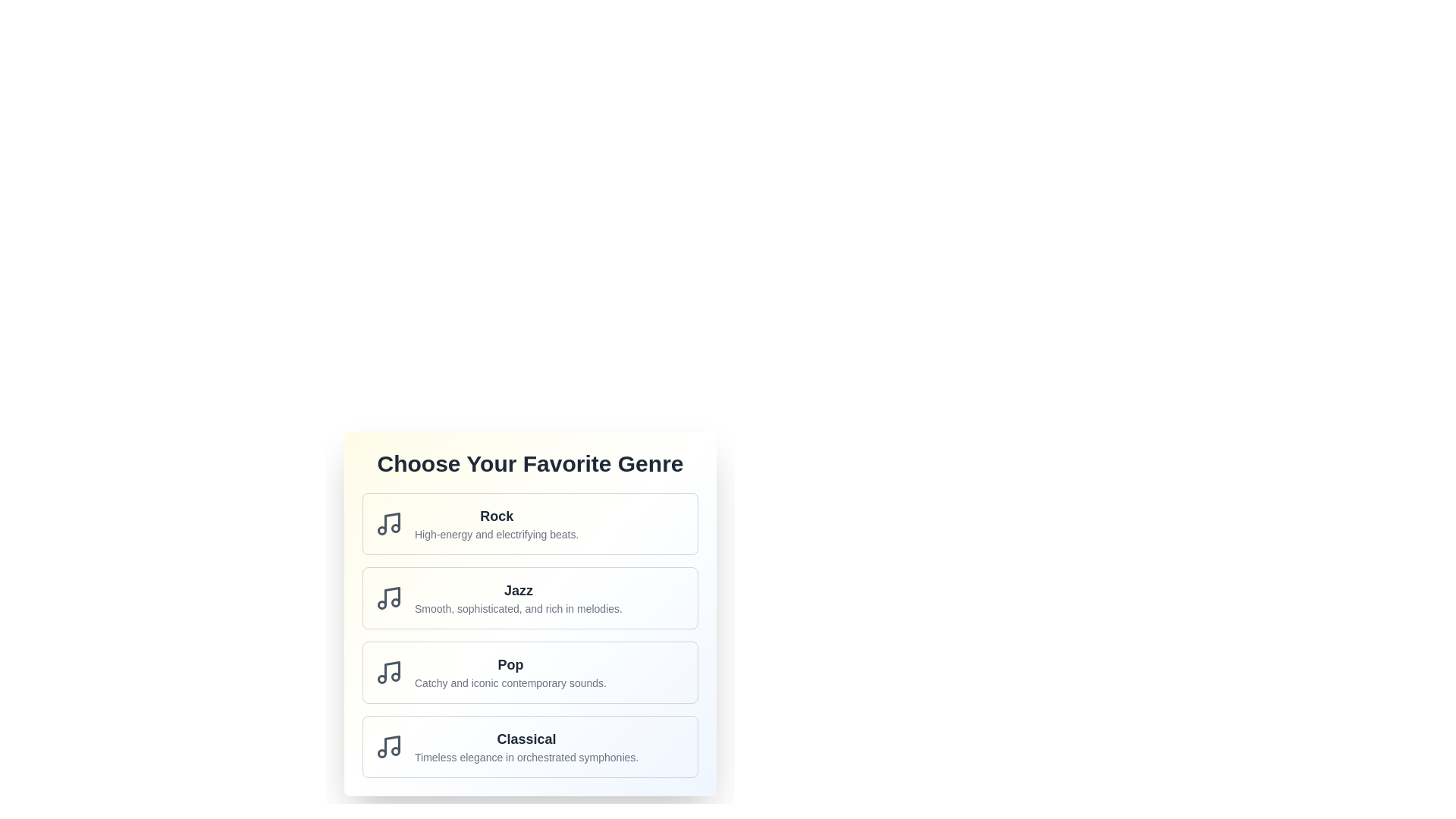 The image size is (1456, 819). Describe the element at coordinates (392, 521) in the screenshot. I see `the vertical line icon that represents the music note in the upper left portion of the 'Rock' genre music icon` at that location.